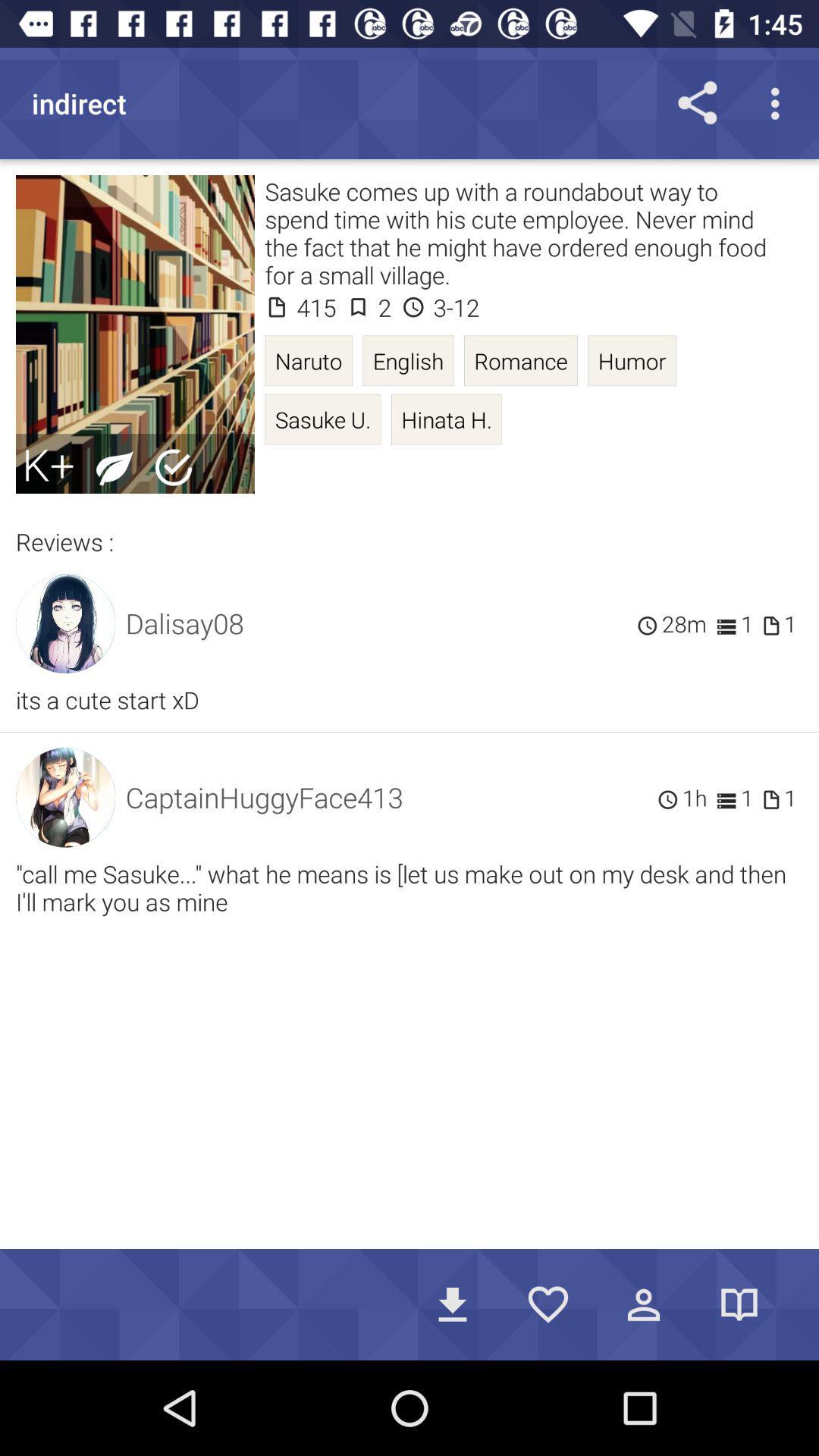 The image size is (819, 1456). What do you see at coordinates (779, 102) in the screenshot?
I see `the more icon` at bounding box center [779, 102].